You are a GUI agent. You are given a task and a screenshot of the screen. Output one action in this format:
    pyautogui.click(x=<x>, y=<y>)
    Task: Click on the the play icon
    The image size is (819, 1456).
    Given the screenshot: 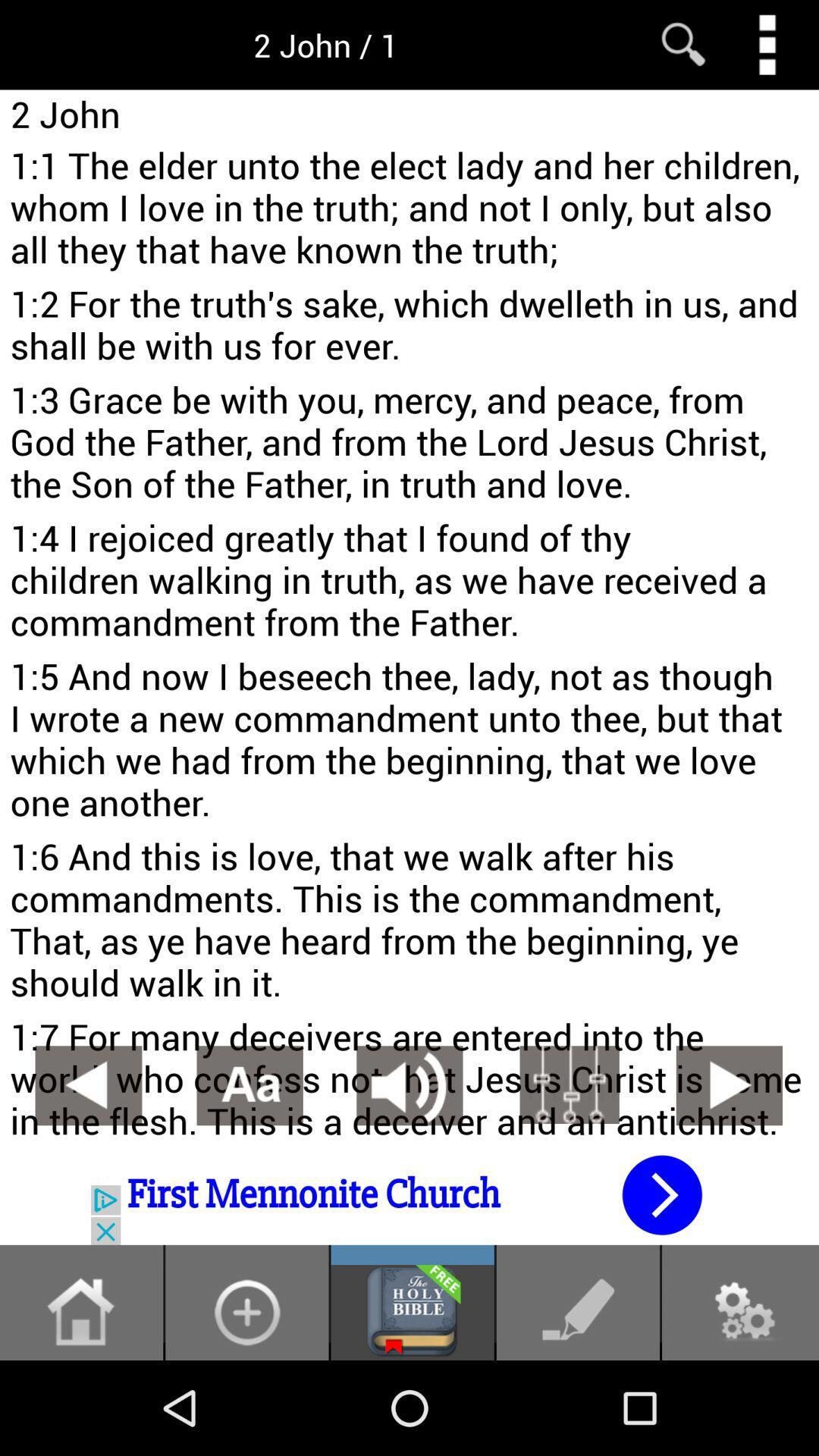 What is the action you would take?
    pyautogui.click(x=728, y=1161)
    